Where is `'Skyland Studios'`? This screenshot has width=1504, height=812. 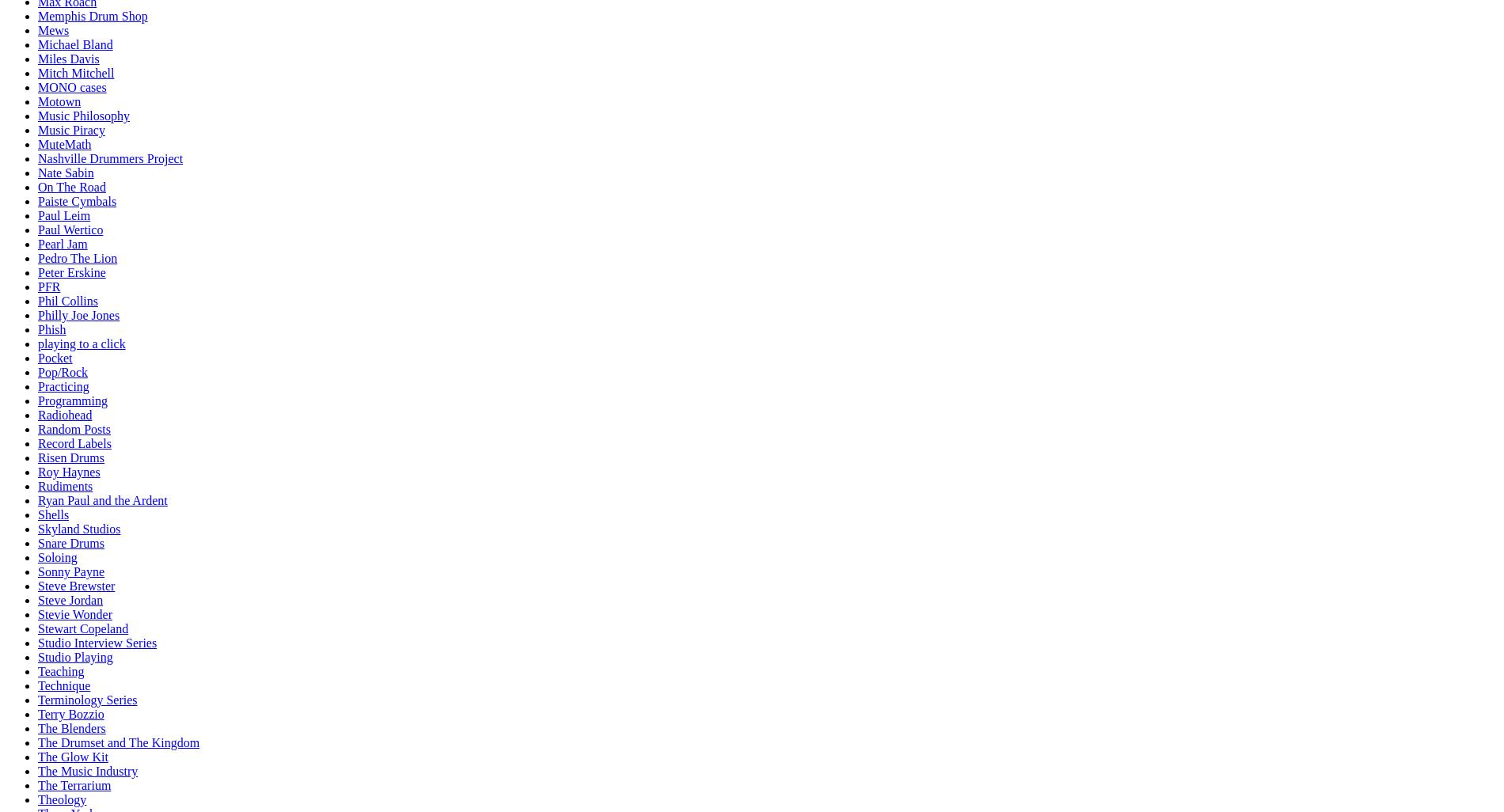
'Skyland Studios' is located at coordinates (38, 528).